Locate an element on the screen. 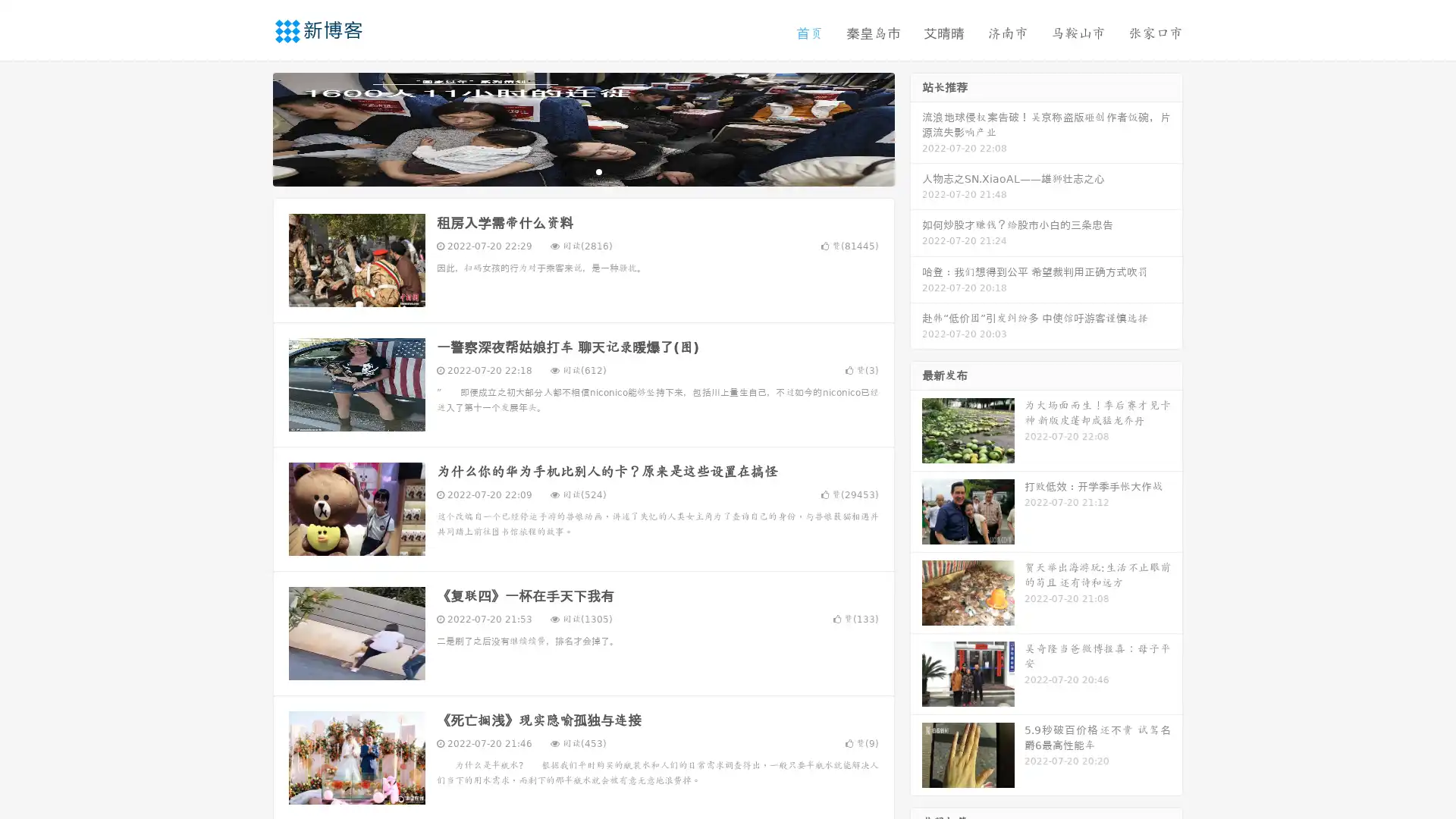 The image size is (1456, 819). Next slide is located at coordinates (916, 127).